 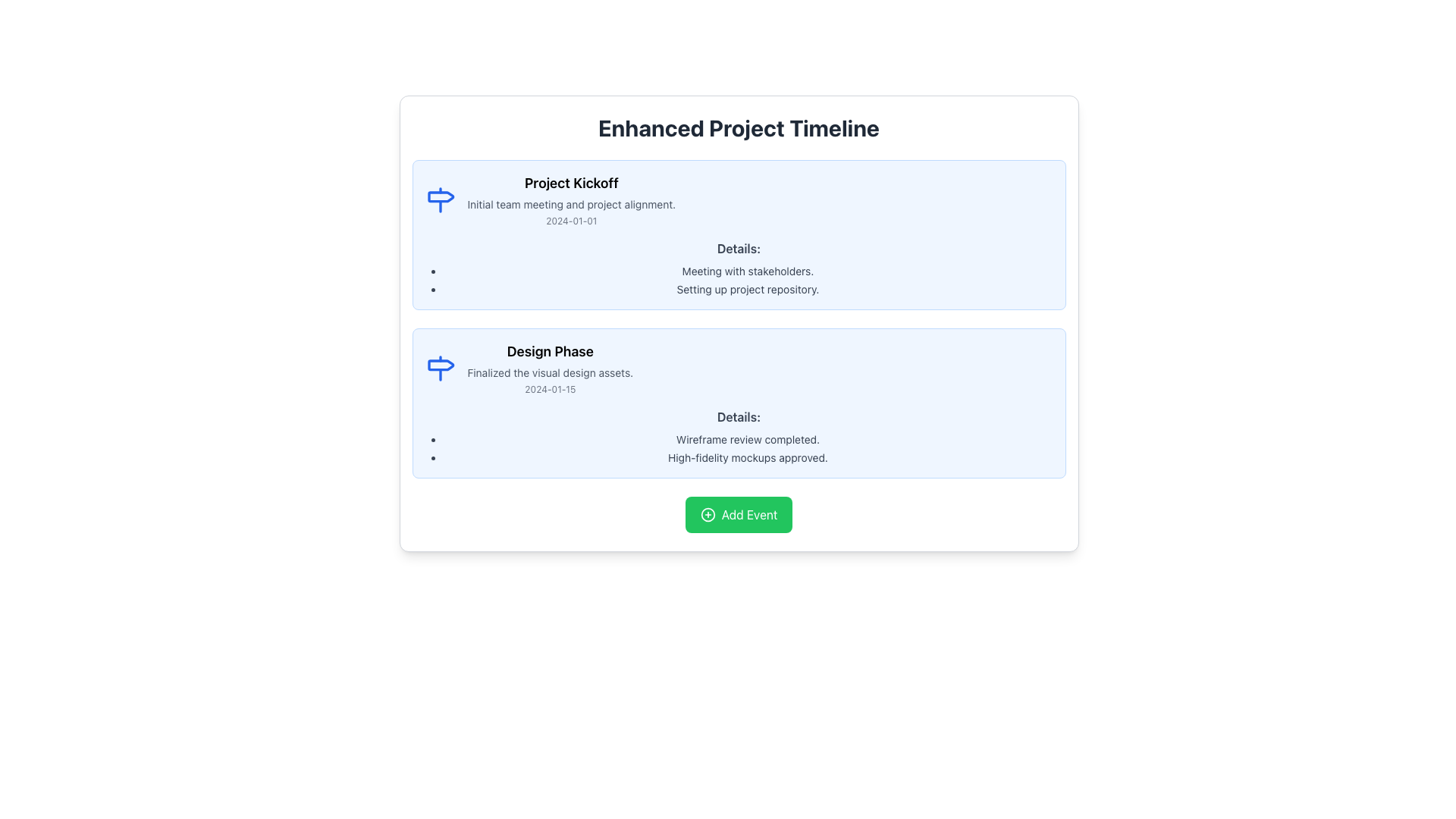 What do you see at coordinates (748, 271) in the screenshot?
I see `the first bullet list item displaying 'Meeting with stakeholders.' within the 'Details' section of the 'Project Kickoff' phase` at bounding box center [748, 271].